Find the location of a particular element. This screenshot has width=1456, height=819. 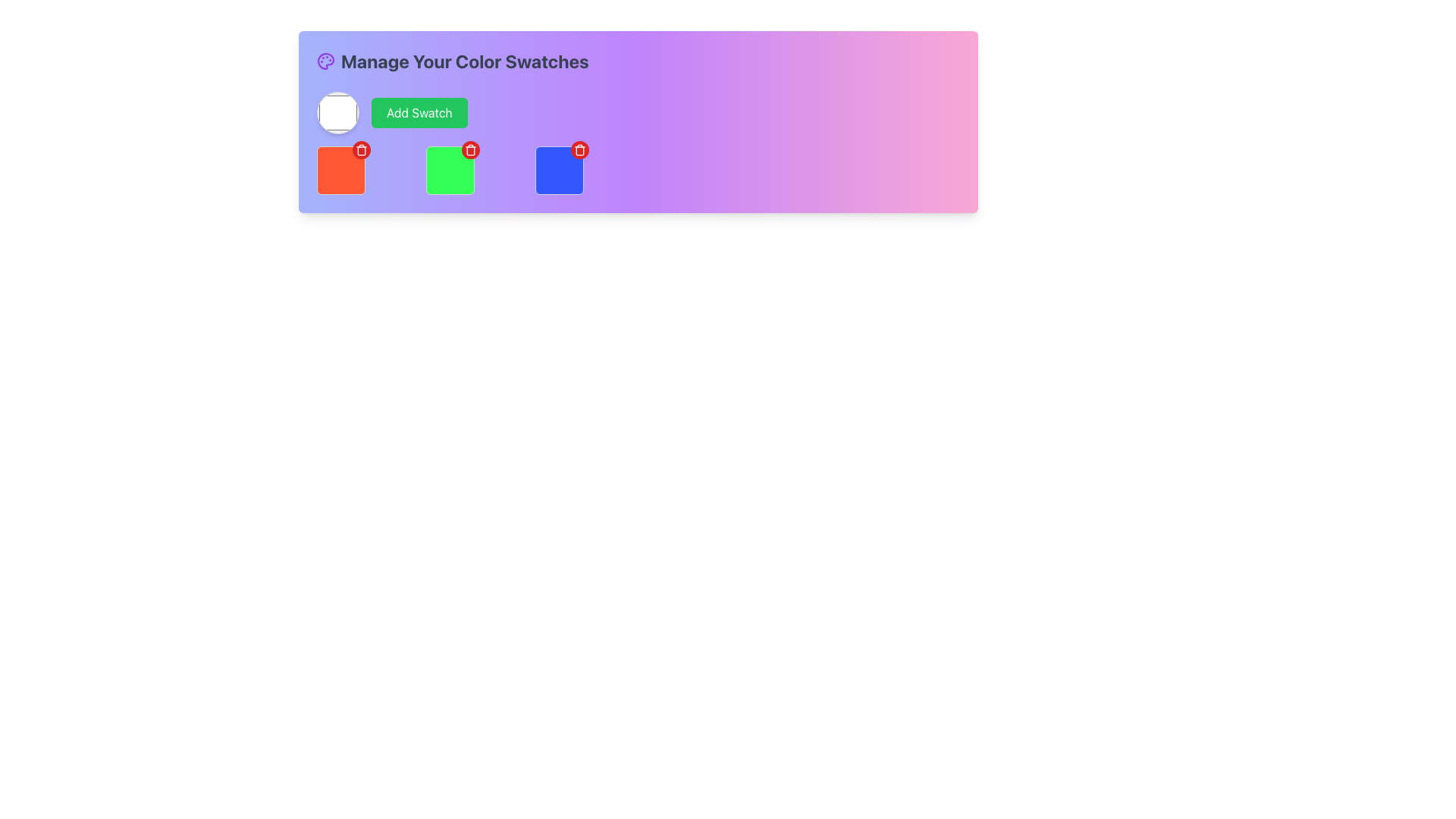

the delete button with an icon representing a delete action for the red color swatch is located at coordinates (360, 149).